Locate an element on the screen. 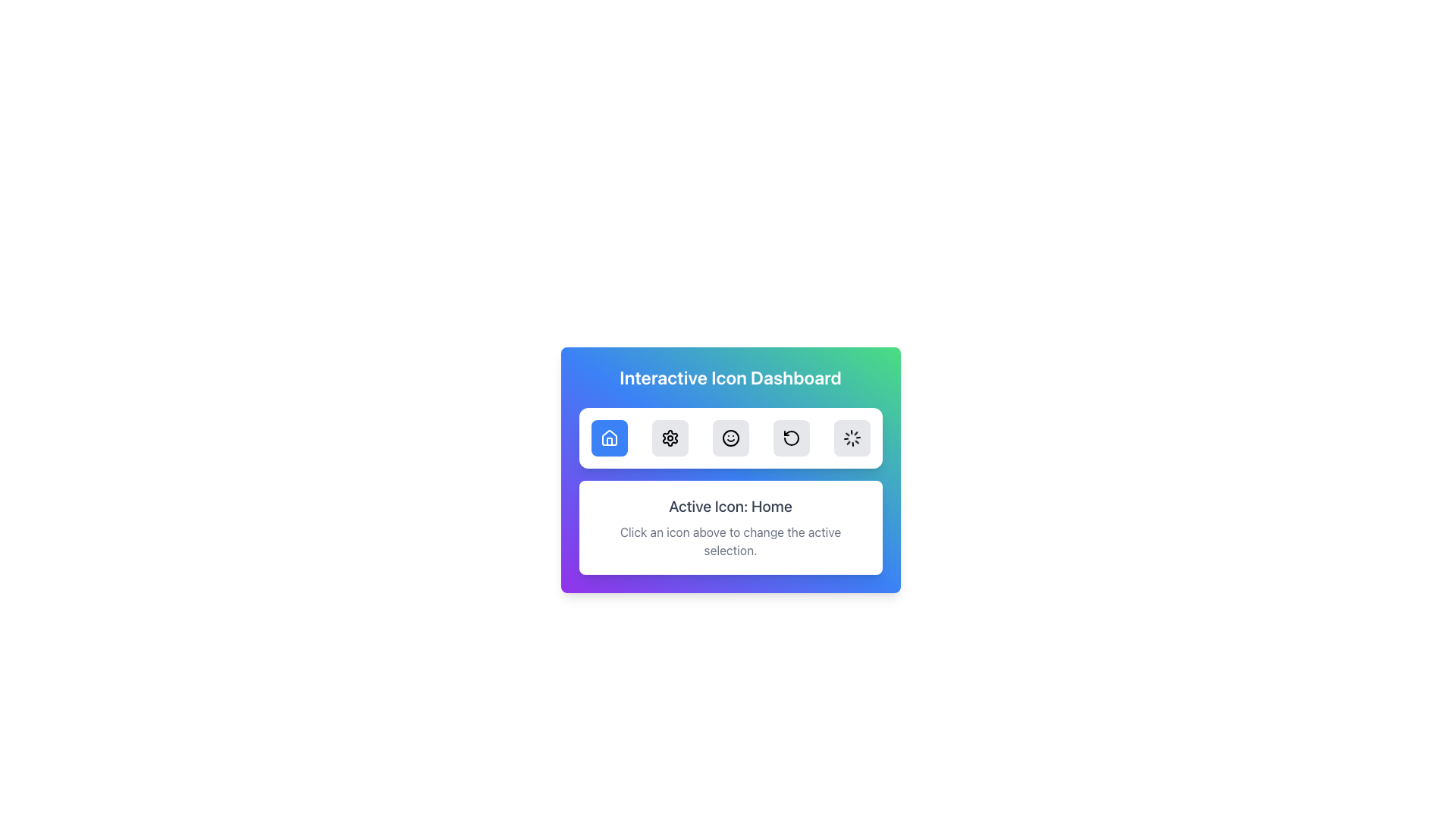  the Circular SVG element that forms the border of the smiley face graphic is located at coordinates (730, 438).